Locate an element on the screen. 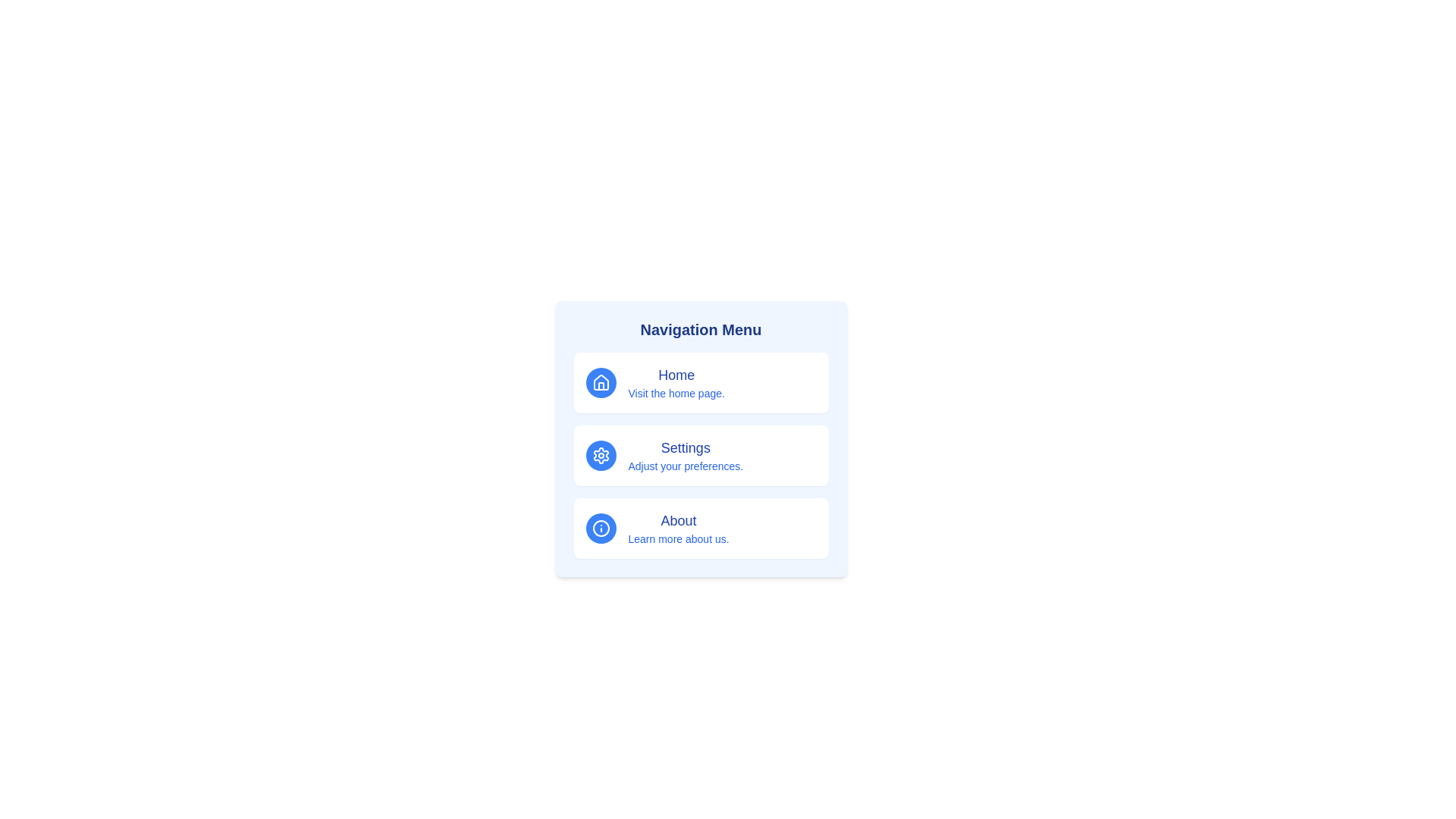 This screenshot has width=1456, height=819. the textual label element that provides descriptive text for a navigational option related to settings, positioned centrally in the vertical menu between 'Home' and 'About' is located at coordinates (685, 455).